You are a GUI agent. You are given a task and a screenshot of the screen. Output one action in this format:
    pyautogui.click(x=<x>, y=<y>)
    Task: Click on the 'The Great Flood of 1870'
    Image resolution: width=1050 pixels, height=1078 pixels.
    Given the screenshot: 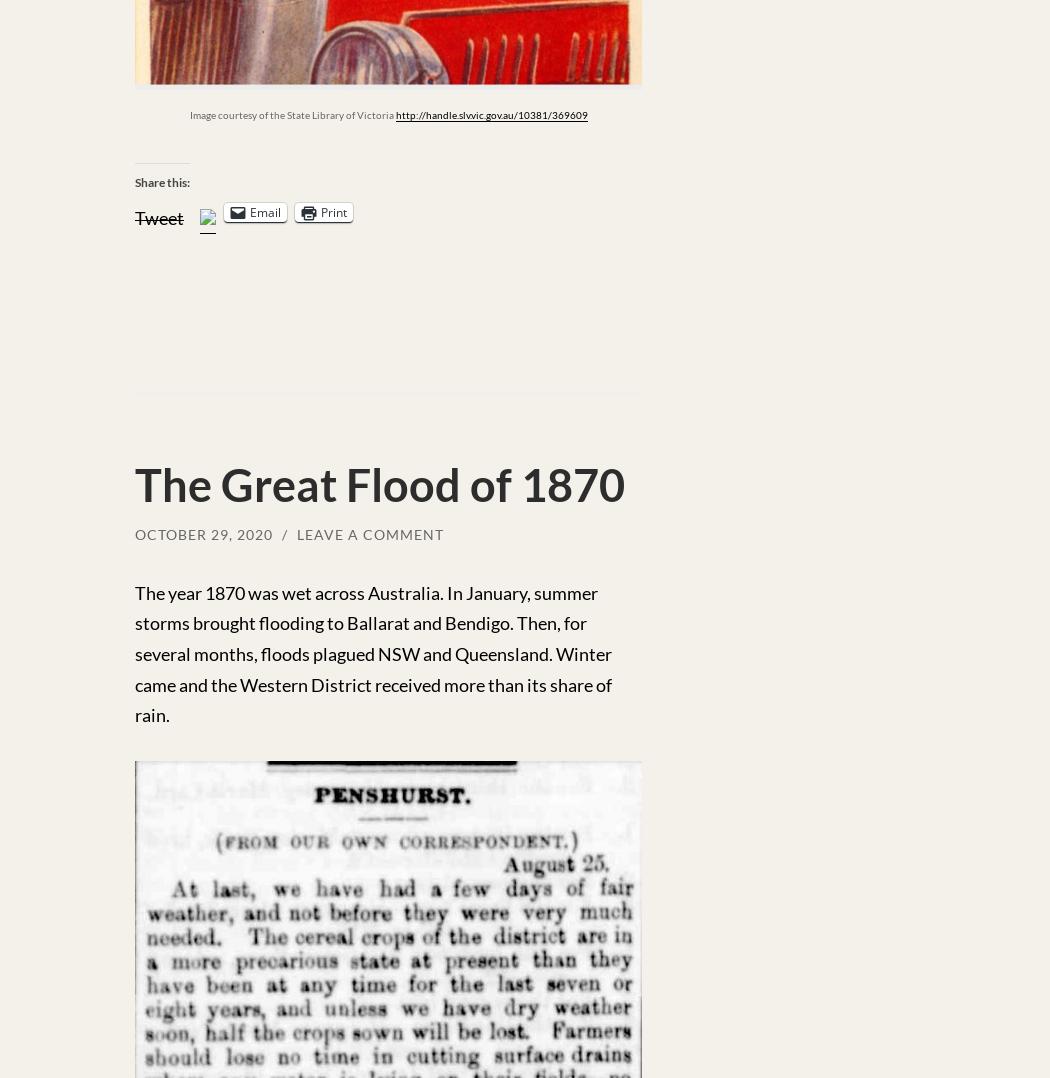 What is the action you would take?
    pyautogui.click(x=379, y=483)
    